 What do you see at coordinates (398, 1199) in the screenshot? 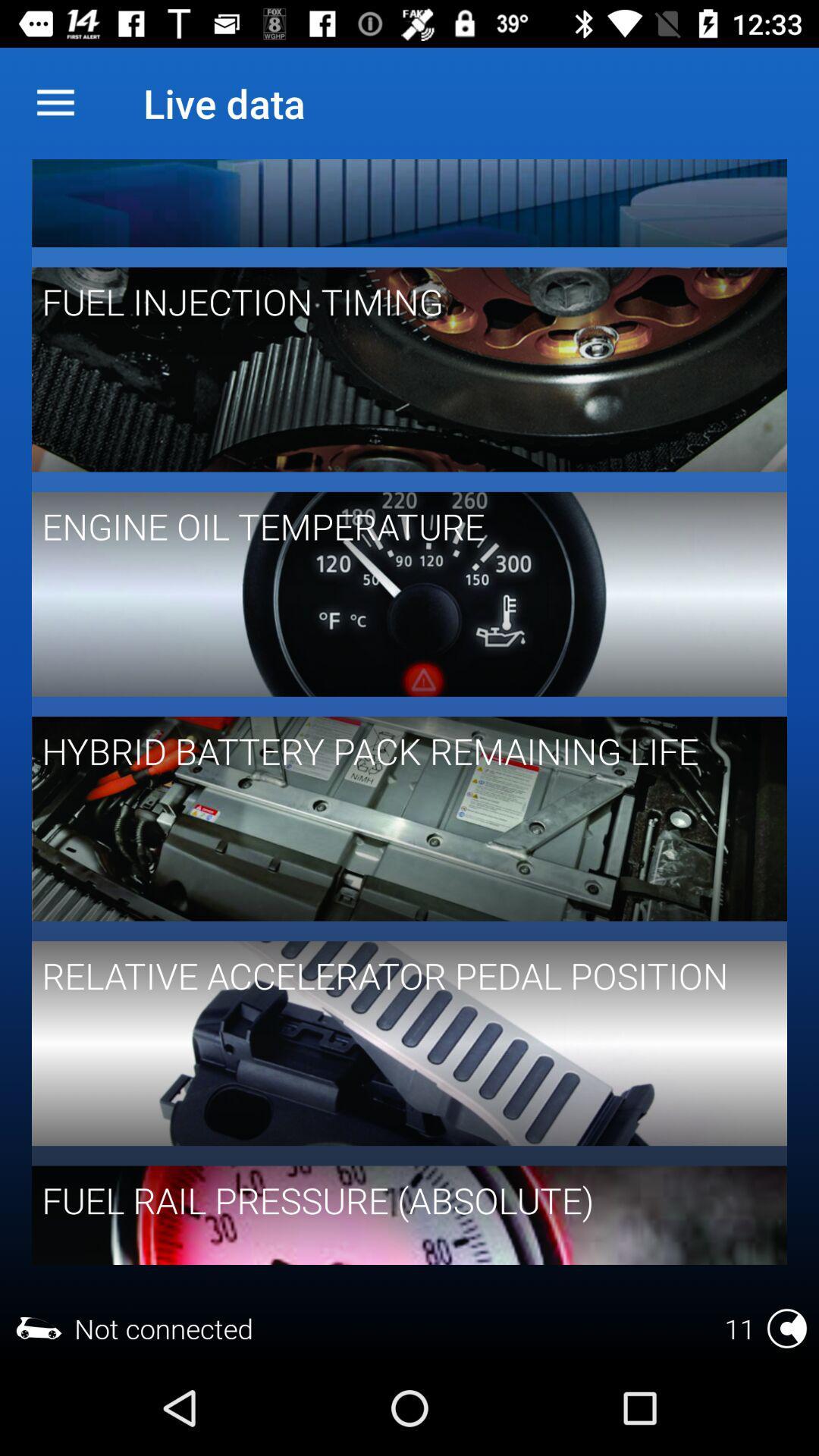
I see `the fuel rail pressure` at bounding box center [398, 1199].